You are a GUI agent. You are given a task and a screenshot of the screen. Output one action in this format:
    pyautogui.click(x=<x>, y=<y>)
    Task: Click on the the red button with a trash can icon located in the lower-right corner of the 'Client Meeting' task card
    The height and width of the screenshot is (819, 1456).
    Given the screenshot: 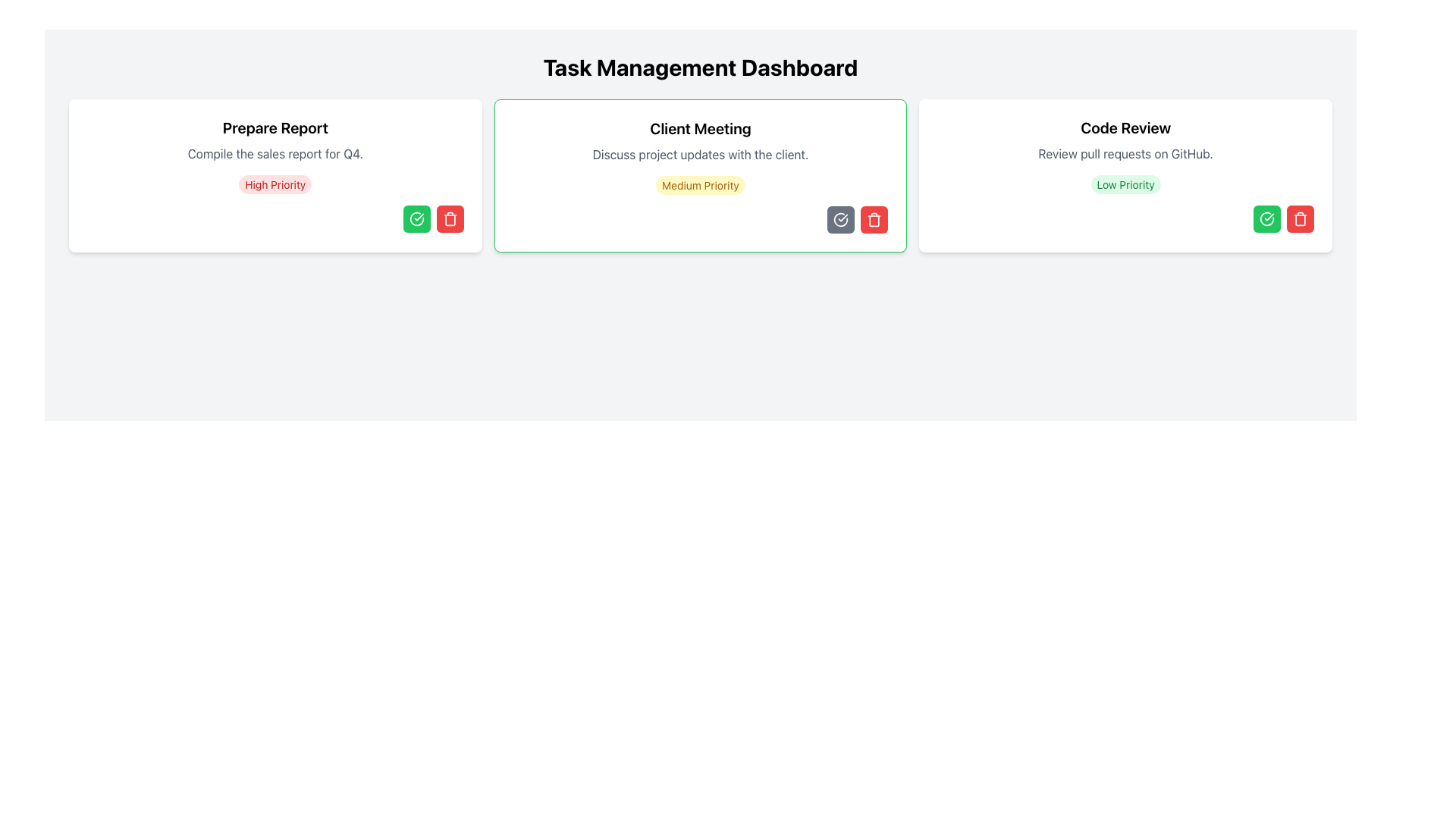 What is the action you would take?
    pyautogui.click(x=874, y=219)
    